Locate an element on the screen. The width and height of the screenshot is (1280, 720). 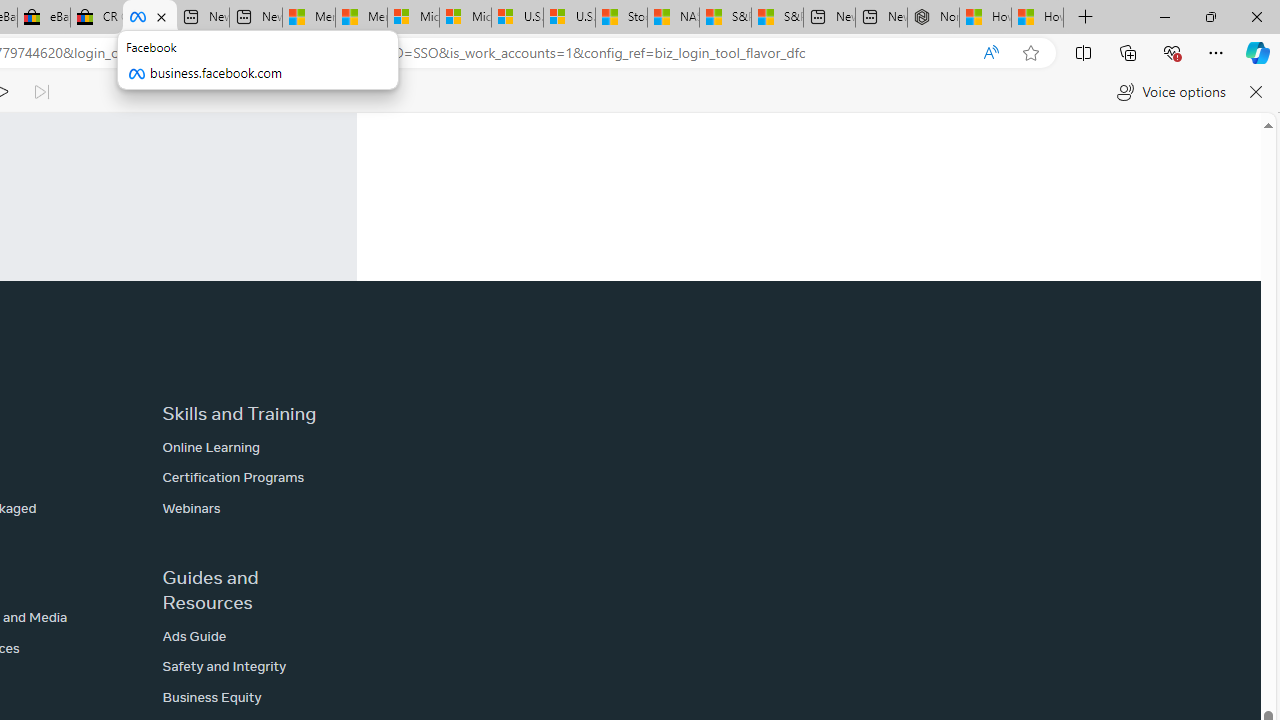
'Webinars' is located at coordinates (192, 506).